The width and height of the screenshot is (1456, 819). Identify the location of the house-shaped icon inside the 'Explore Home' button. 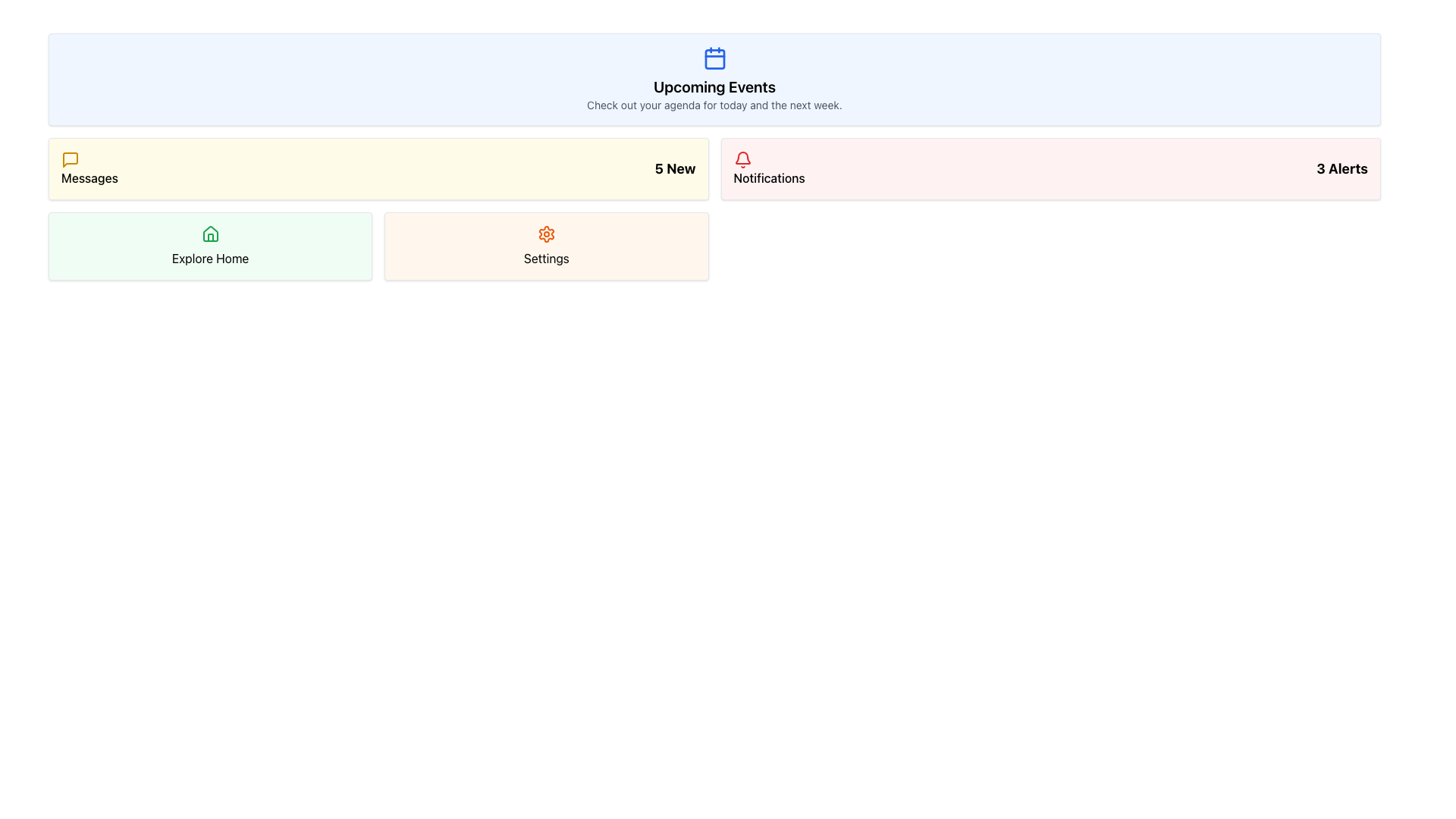
(209, 234).